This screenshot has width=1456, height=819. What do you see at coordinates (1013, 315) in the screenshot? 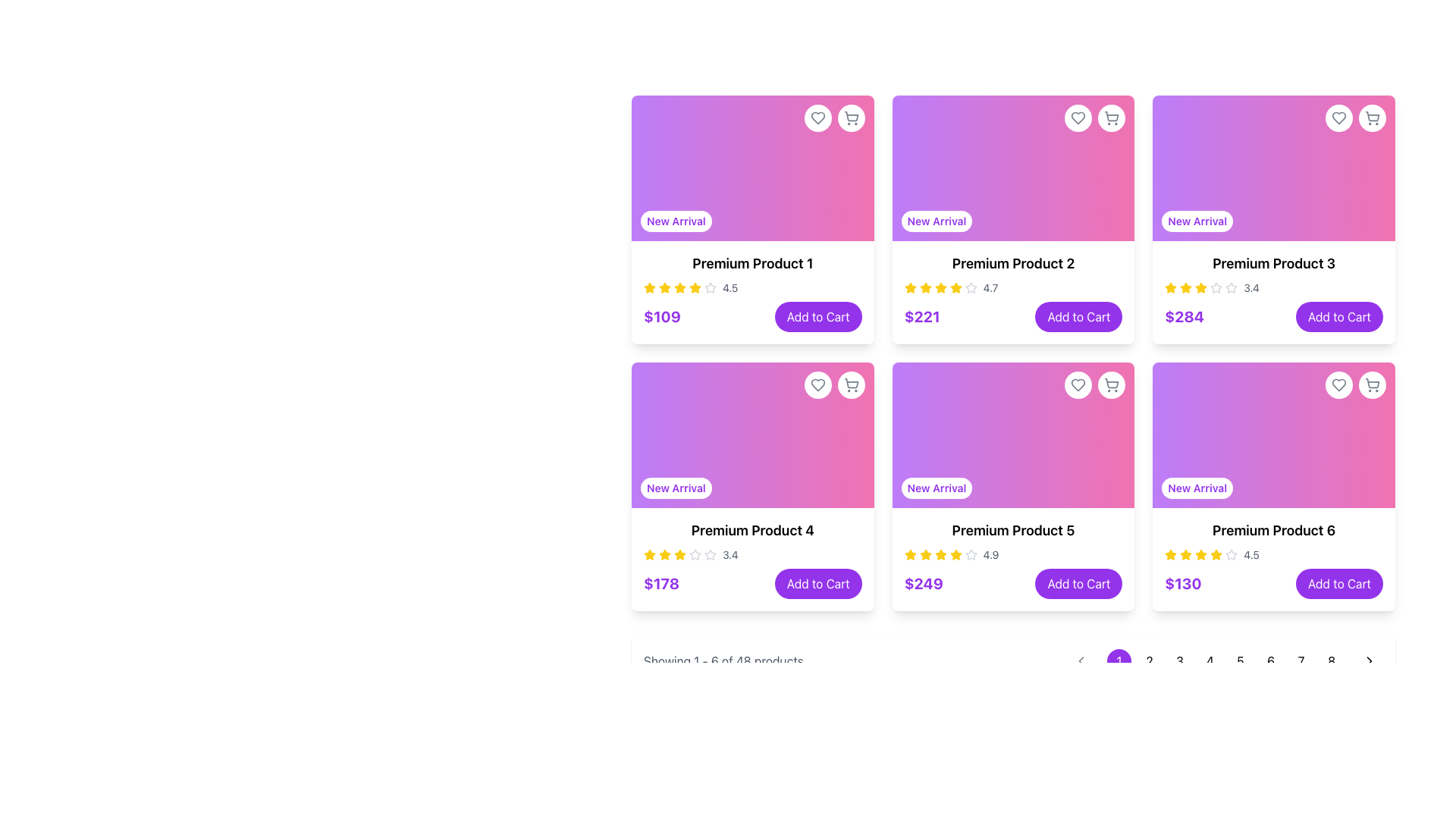
I see `the 'Add to Cart' button in the 'Premium Product 2' card to trigger a style change` at bounding box center [1013, 315].